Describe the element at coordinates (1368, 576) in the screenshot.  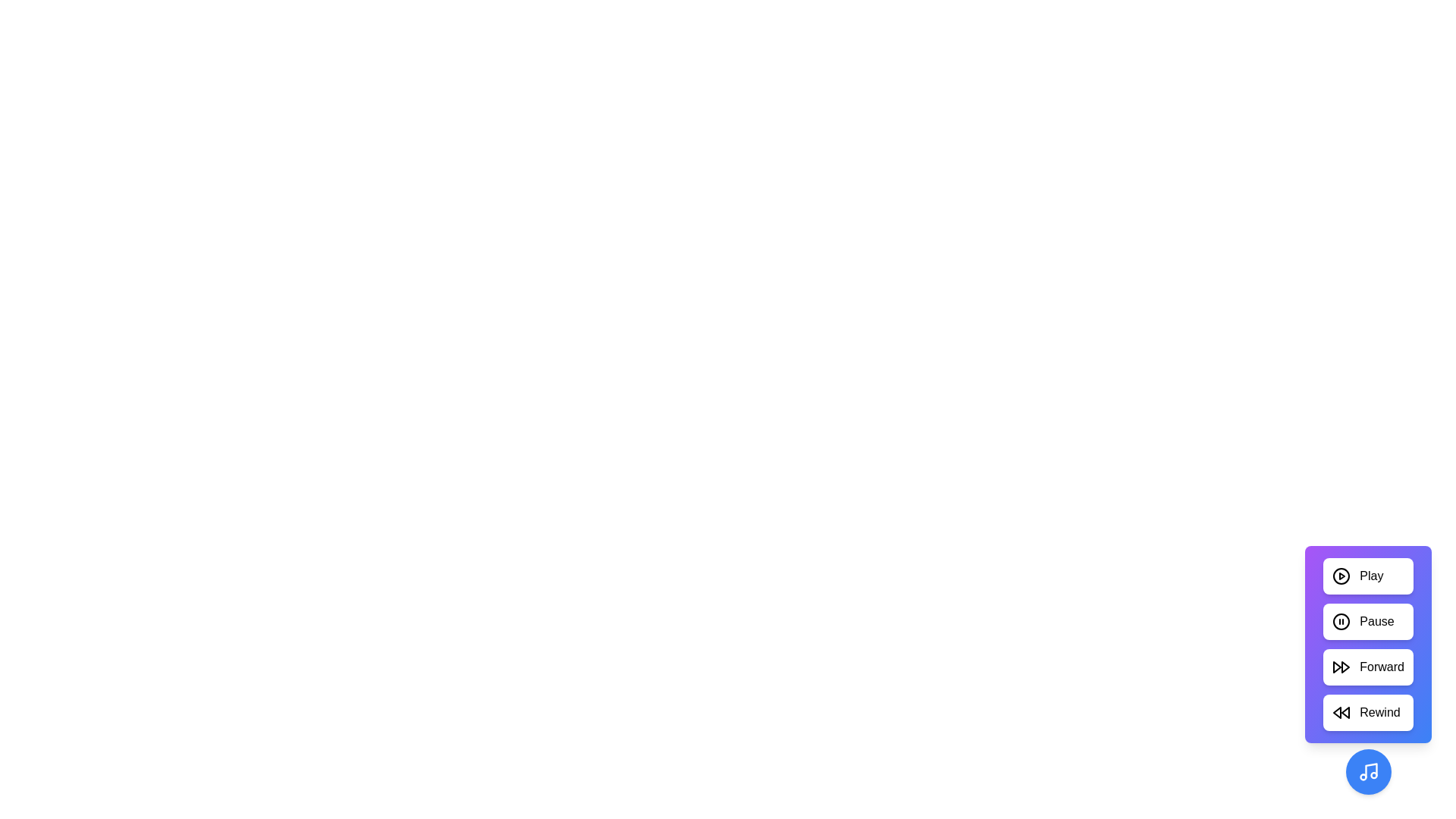
I see `the 'Play' button to activate the play action` at that location.